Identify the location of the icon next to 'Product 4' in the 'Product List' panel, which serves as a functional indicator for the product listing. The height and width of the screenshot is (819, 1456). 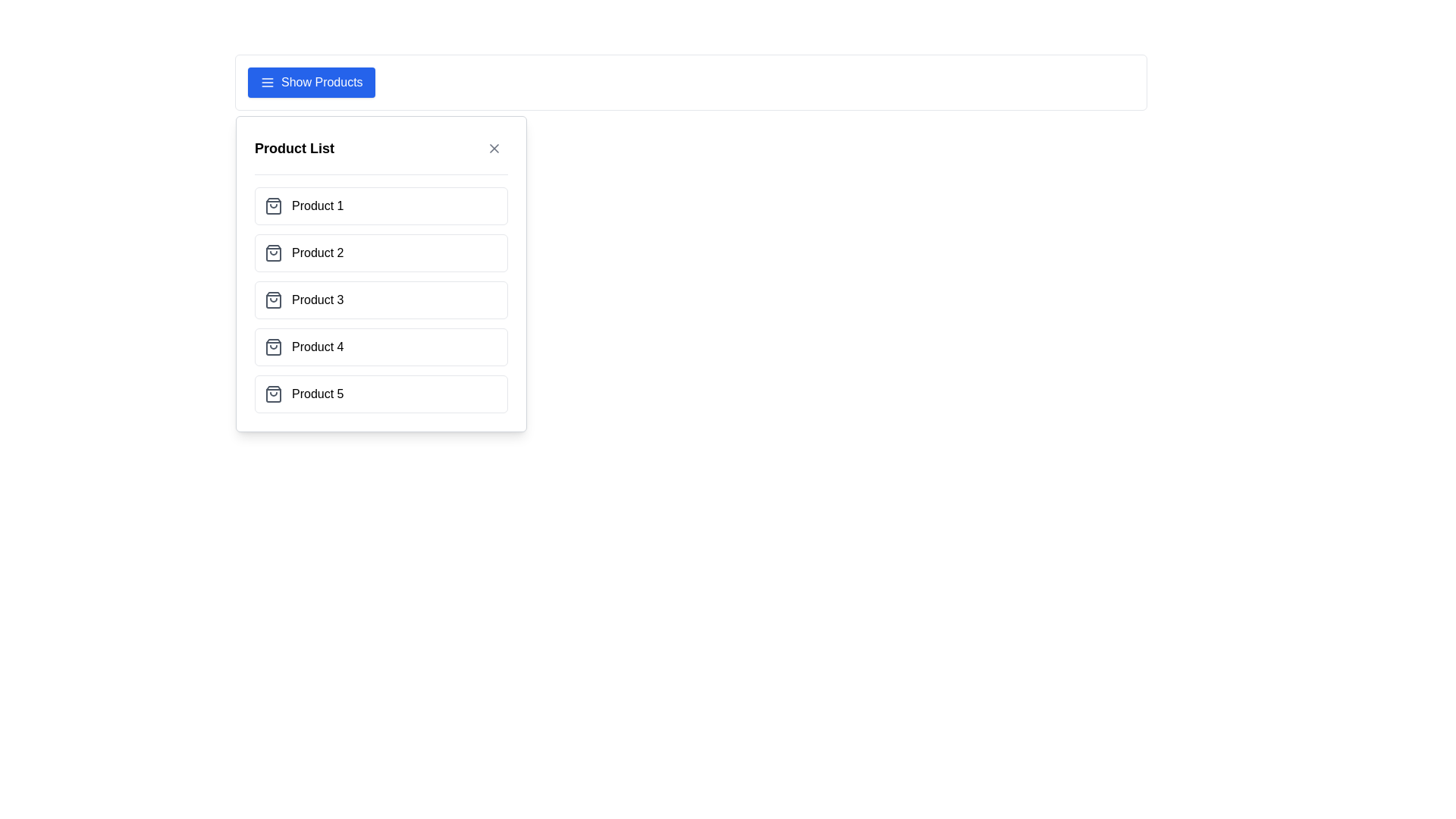
(273, 347).